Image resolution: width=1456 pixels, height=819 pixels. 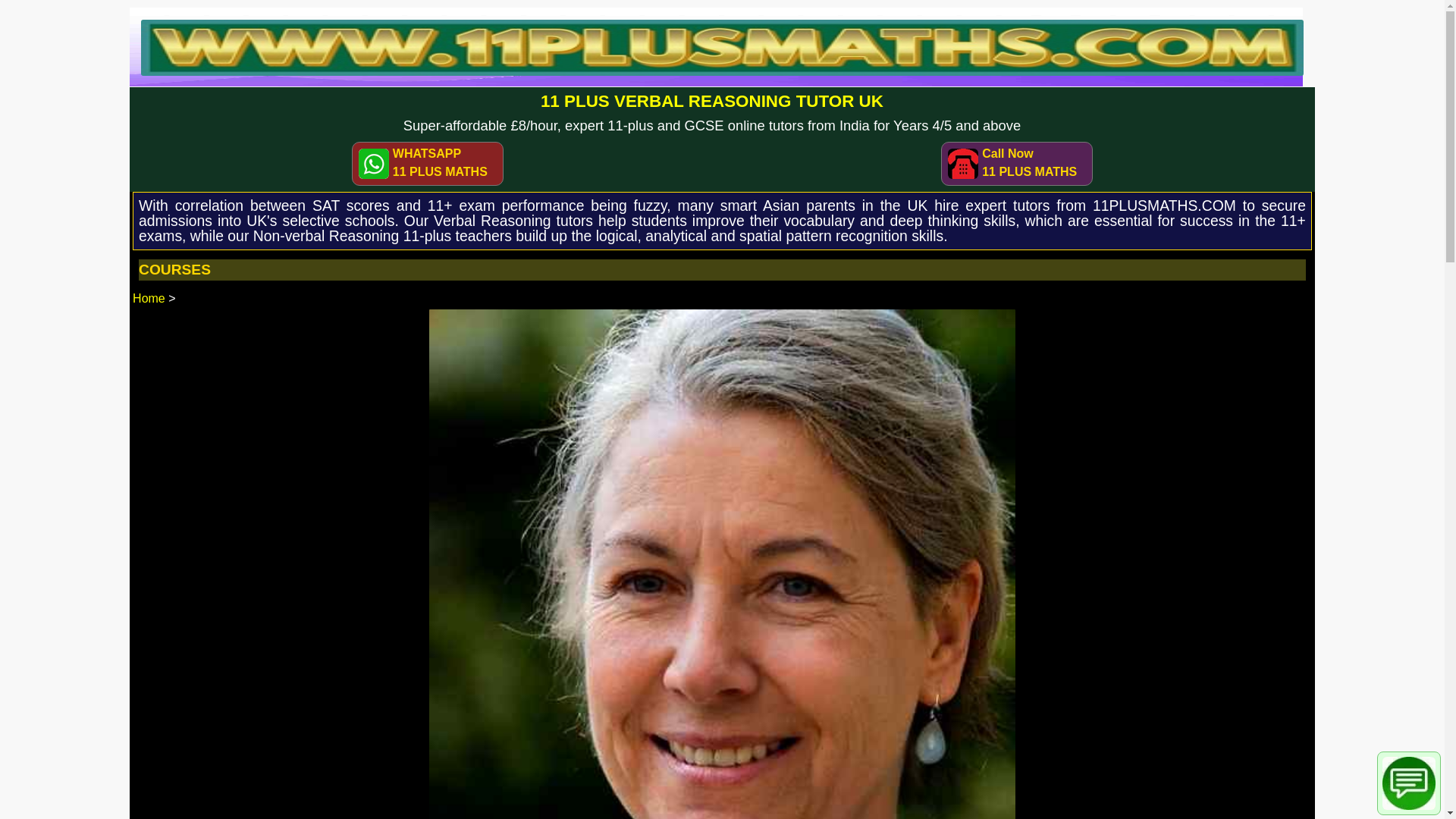 What do you see at coordinates (1016, 163) in the screenshot?
I see `'Call Now` at bounding box center [1016, 163].